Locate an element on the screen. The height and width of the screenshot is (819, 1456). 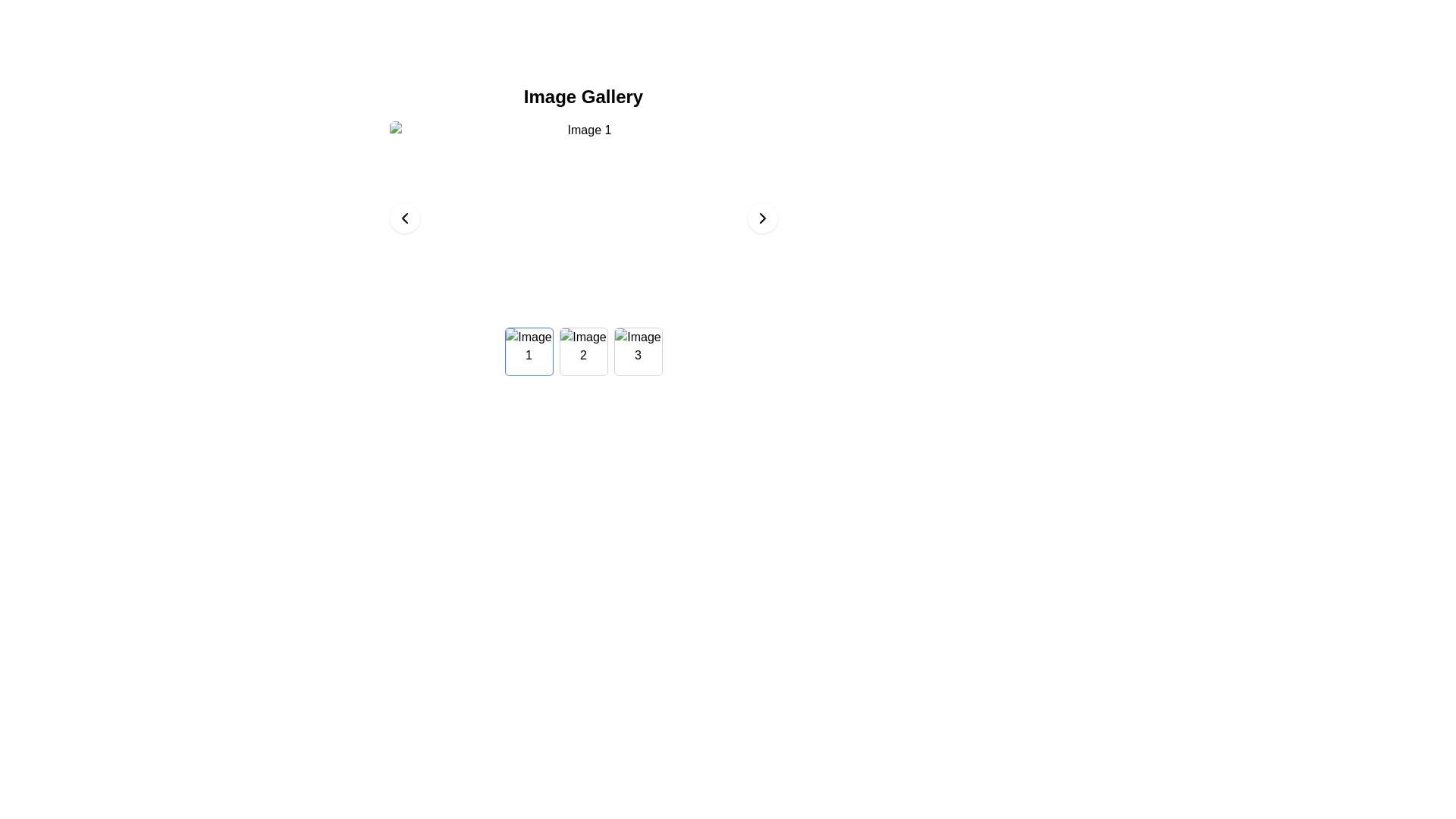
the navigation icon represented by the 'lucide-chevron-left' class is located at coordinates (404, 218).